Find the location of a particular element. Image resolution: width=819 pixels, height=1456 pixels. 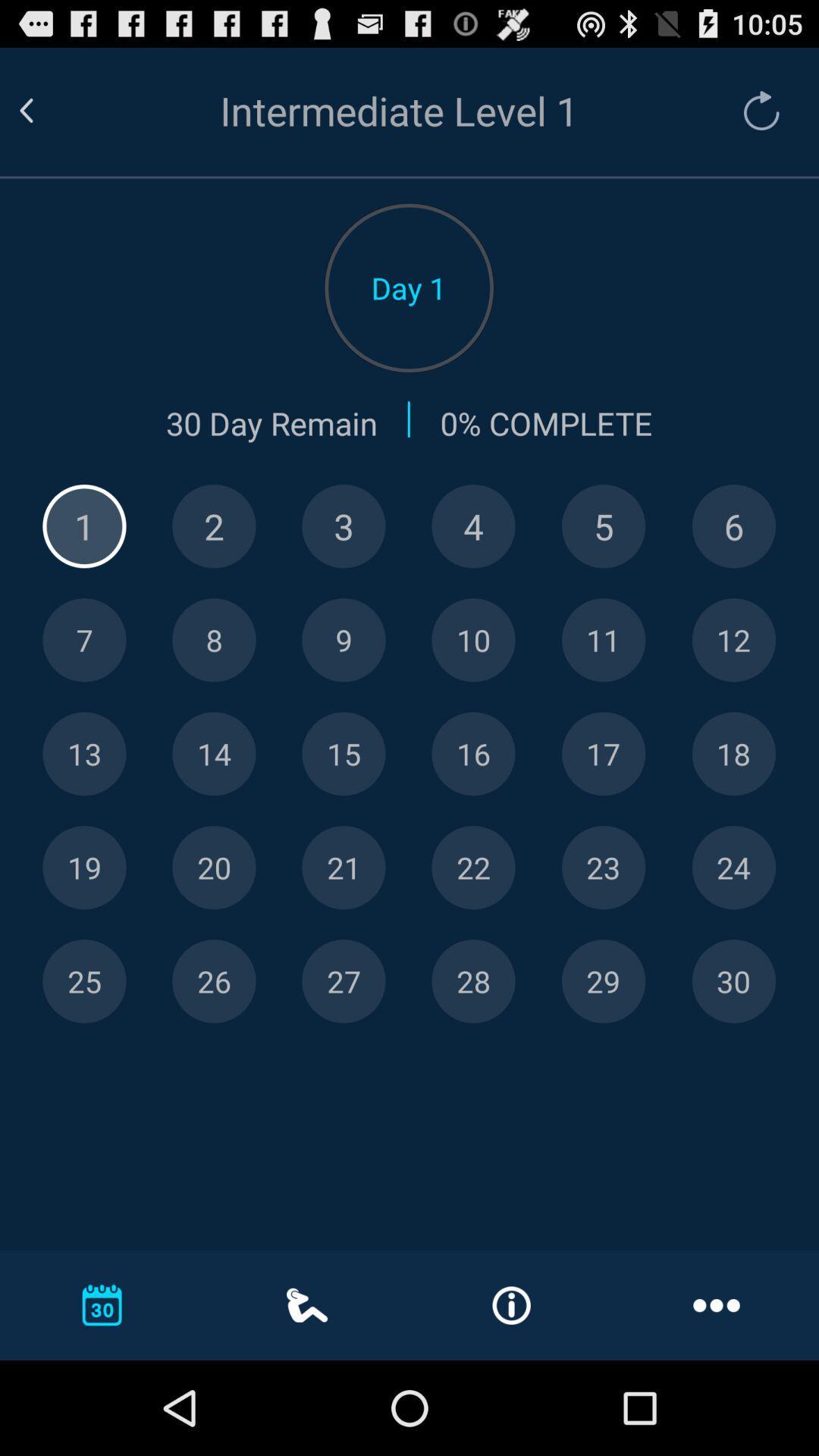

the volume icon is located at coordinates (472, 684).